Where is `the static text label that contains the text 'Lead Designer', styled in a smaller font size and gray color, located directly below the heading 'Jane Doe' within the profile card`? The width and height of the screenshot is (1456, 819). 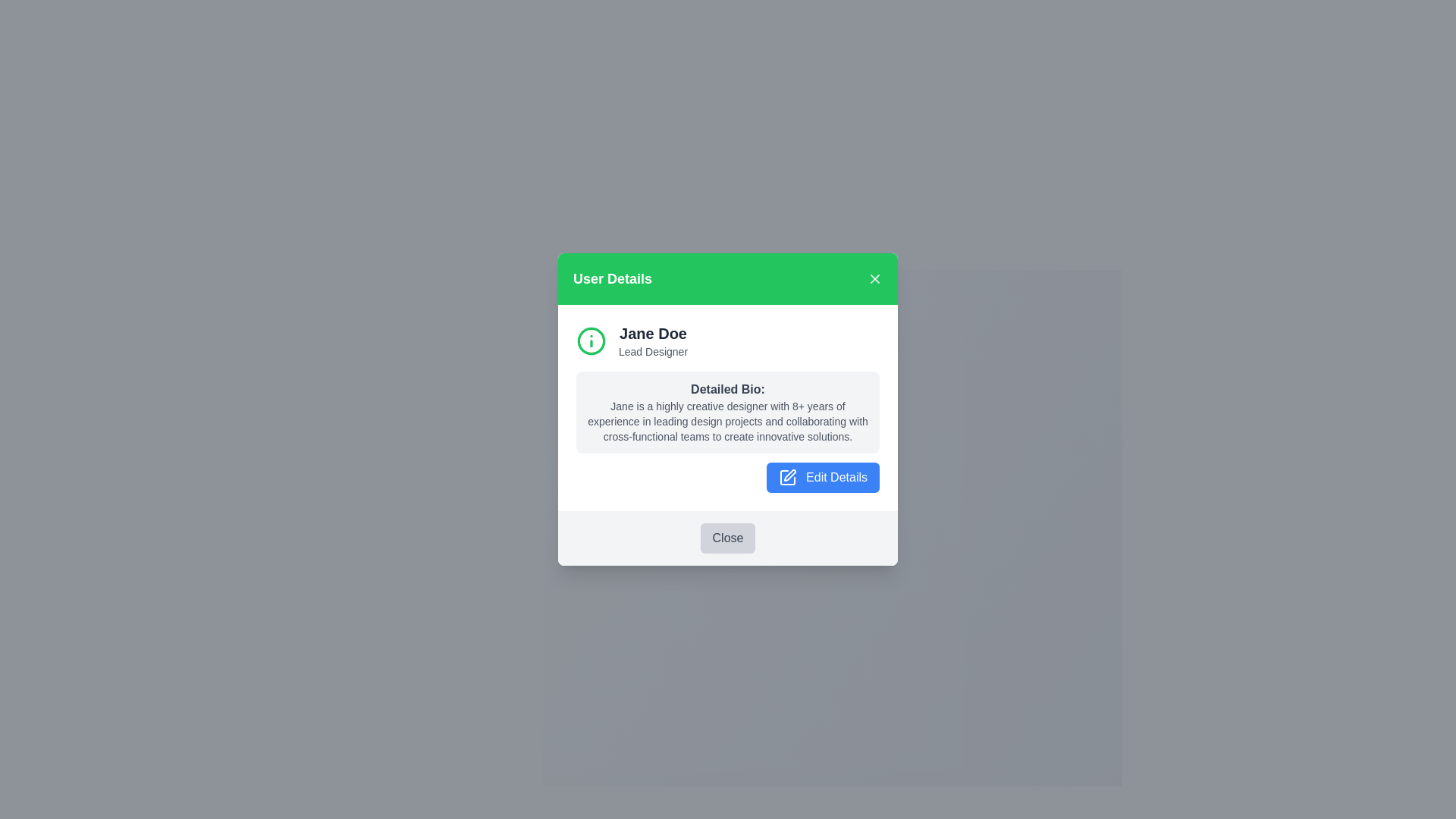 the static text label that contains the text 'Lead Designer', styled in a smaller font size and gray color, located directly below the heading 'Jane Doe' within the profile card is located at coordinates (653, 351).